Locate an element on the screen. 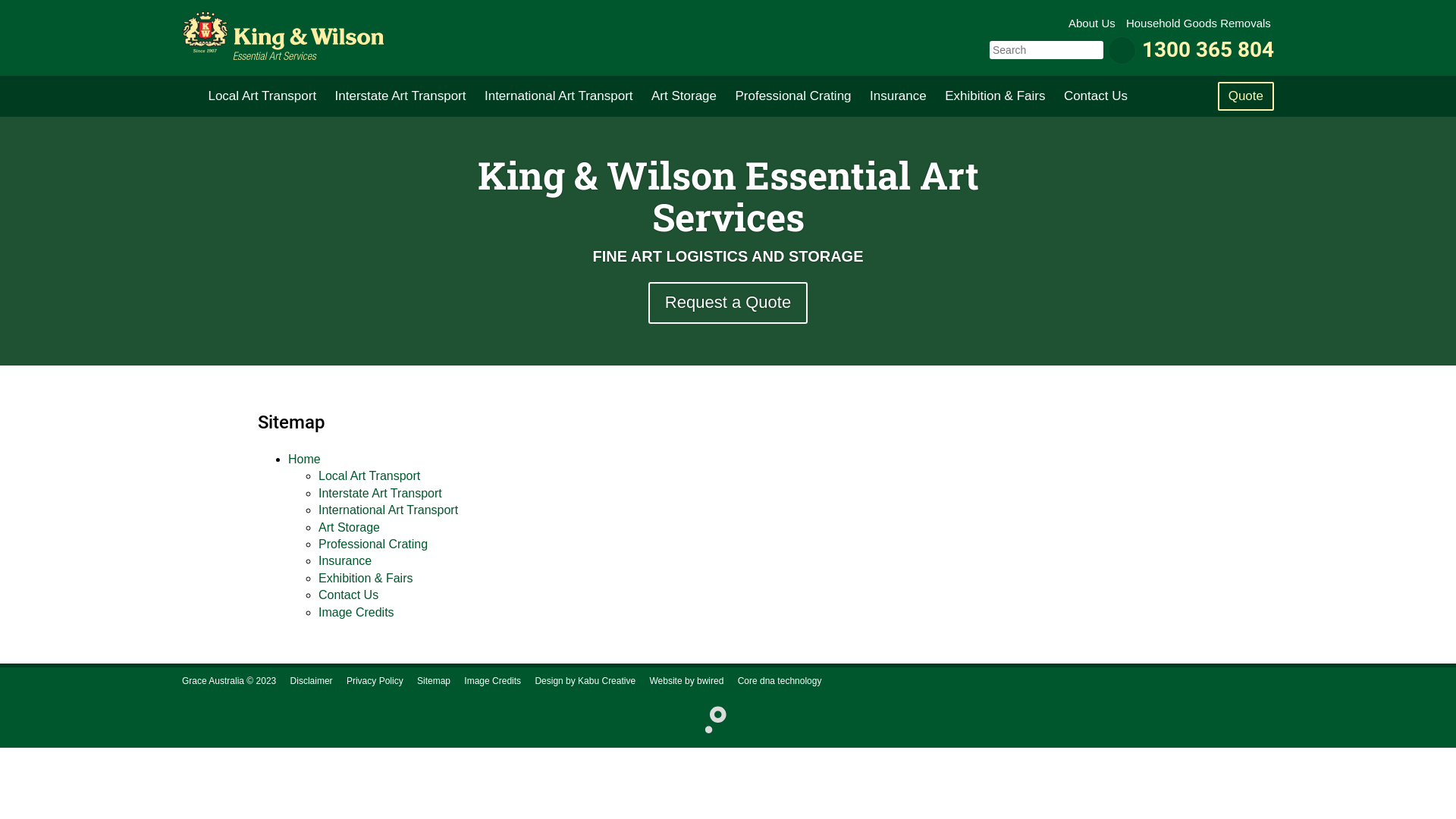 This screenshot has height=819, width=1456. 'Privacy Policy' is located at coordinates (375, 680).